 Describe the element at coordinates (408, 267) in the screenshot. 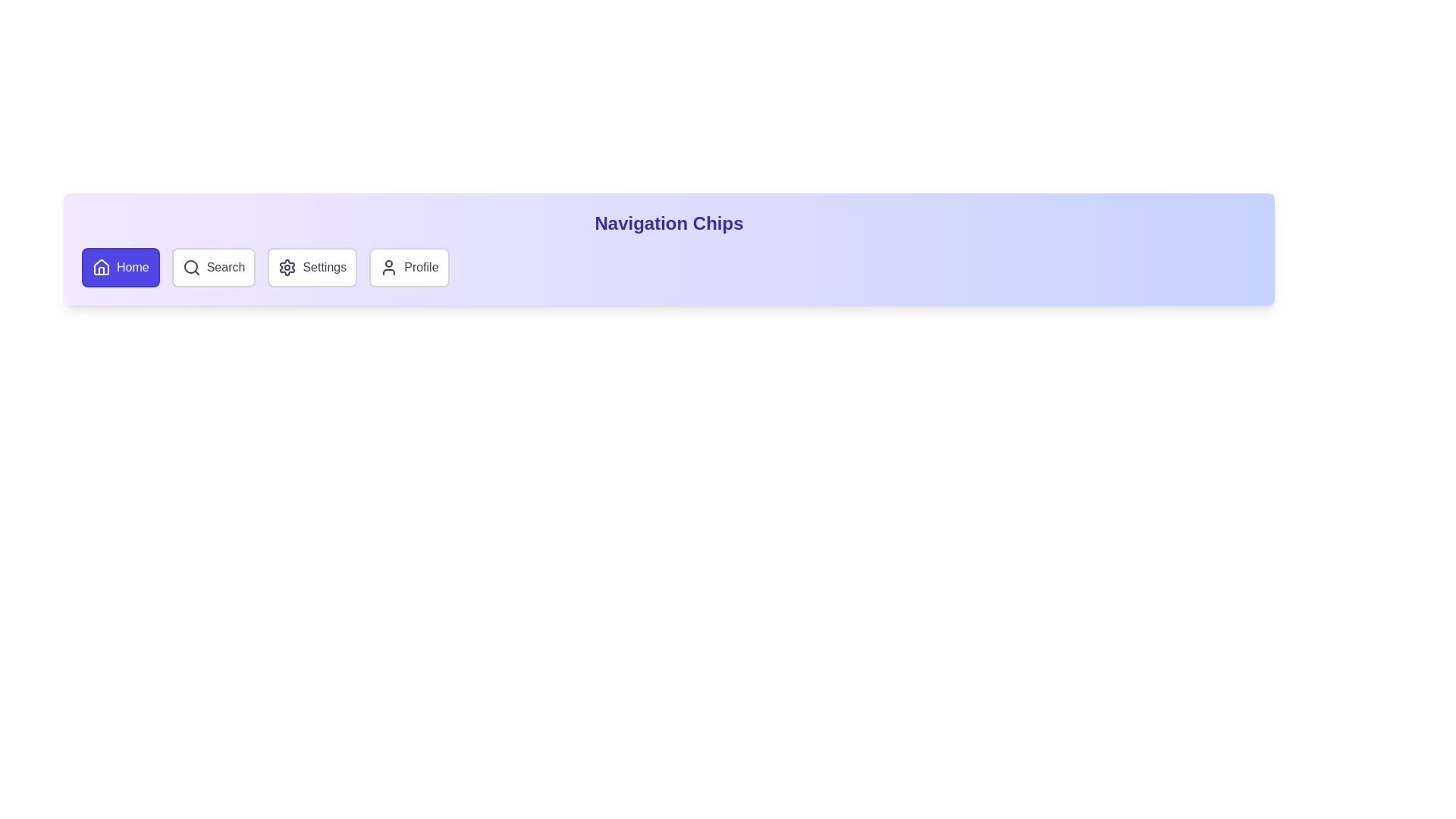

I see `the chip labeled Profile to observe the hover effect` at that location.